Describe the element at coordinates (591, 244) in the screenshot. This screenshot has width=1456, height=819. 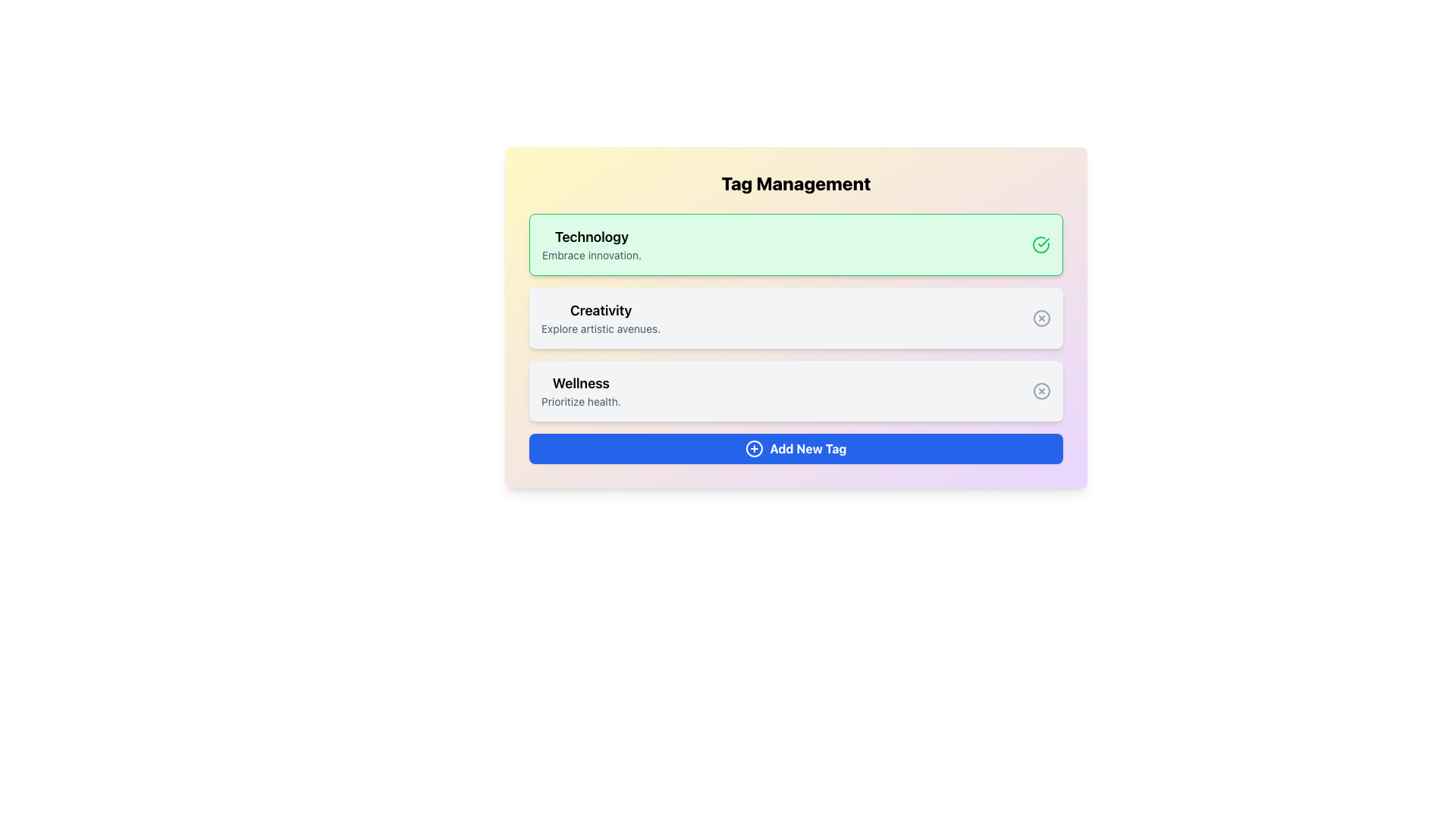
I see `the Text Display element that shows 'Technology' in bold and 'Embrace innovation.' in a smaller font, which is part of the topmost card in the 'Tag Management' section` at that location.